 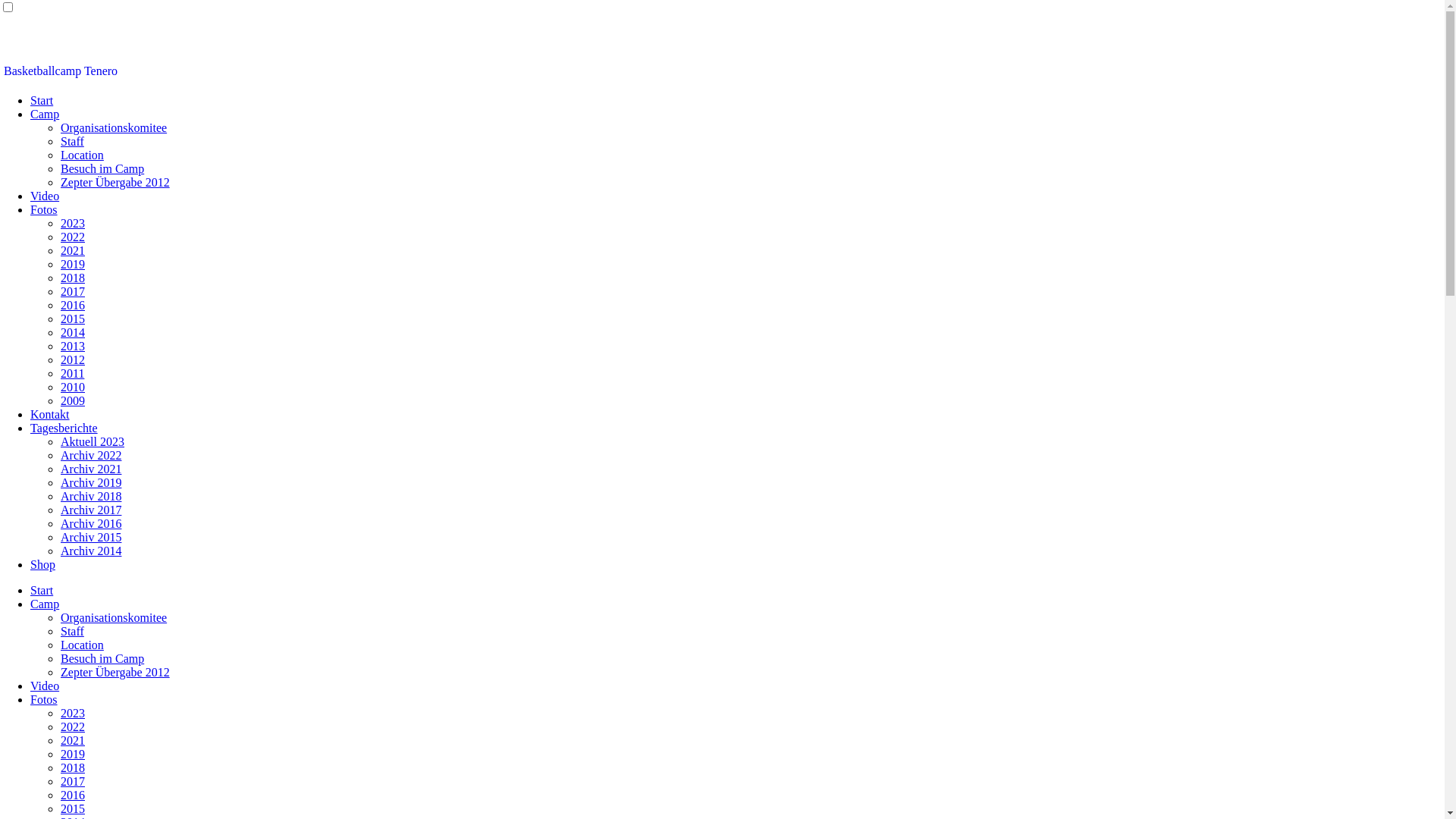 I want to click on '2015', so click(x=72, y=808).